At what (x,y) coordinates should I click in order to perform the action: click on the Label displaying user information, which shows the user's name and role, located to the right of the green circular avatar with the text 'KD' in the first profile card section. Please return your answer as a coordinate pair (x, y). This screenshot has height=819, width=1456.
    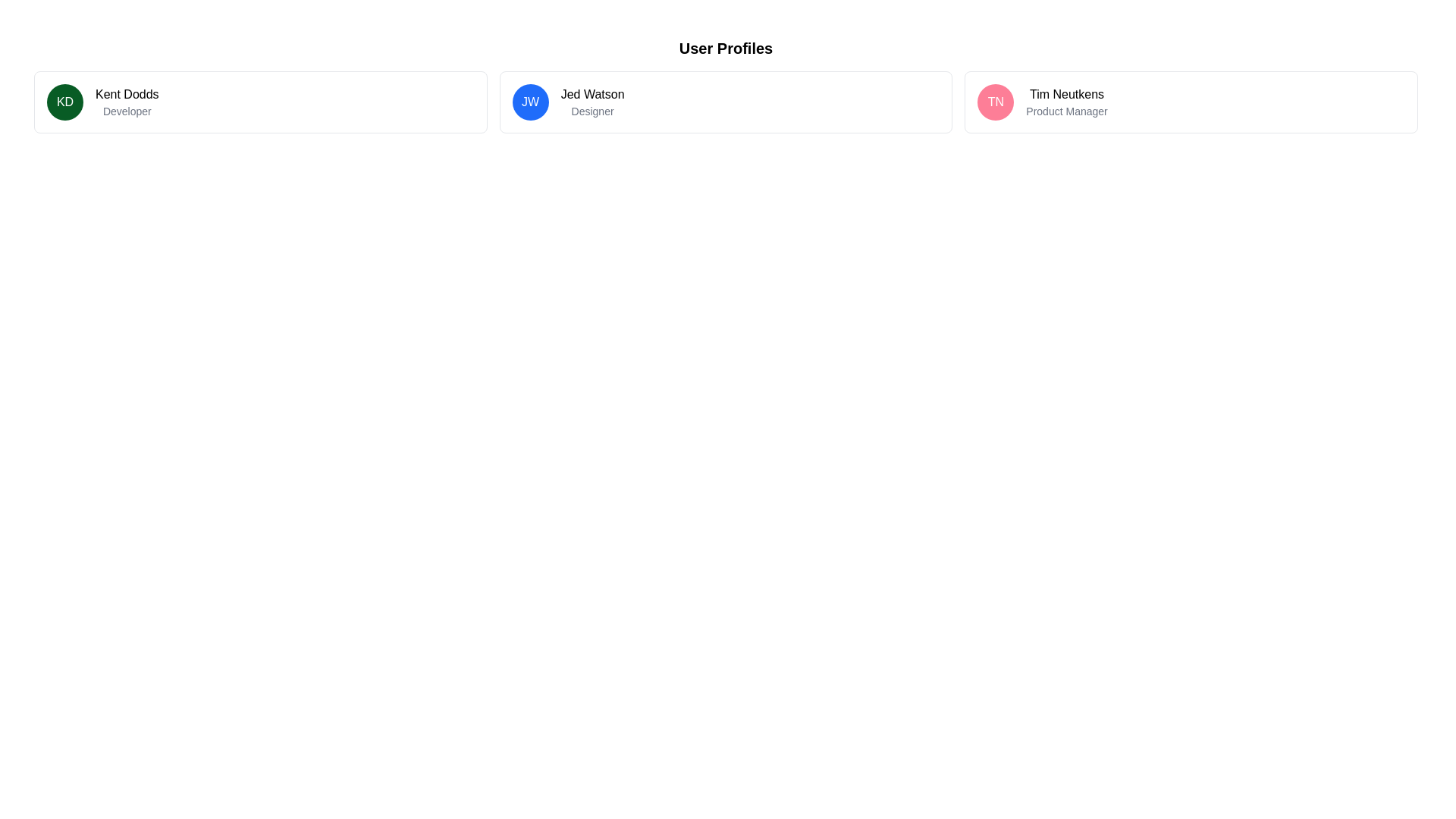
    Looking at the image, I should click on (127, 102).